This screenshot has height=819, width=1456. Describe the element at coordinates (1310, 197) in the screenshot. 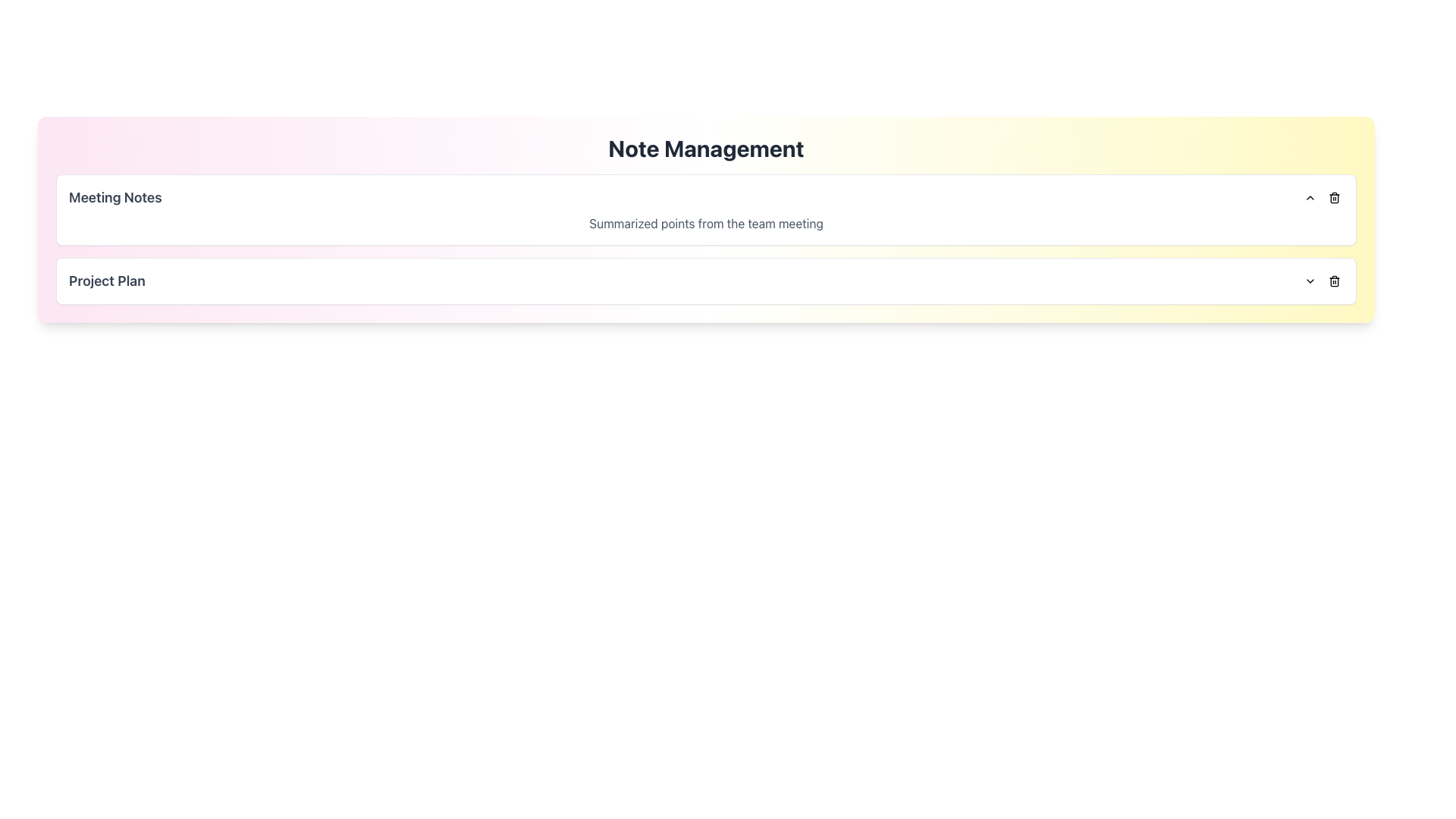

I see `the interactive icon button for collapsing or hiding the content of the 'Project Plan' section, located next to the 'Project Plan' label in the top section of the second row` at that location.